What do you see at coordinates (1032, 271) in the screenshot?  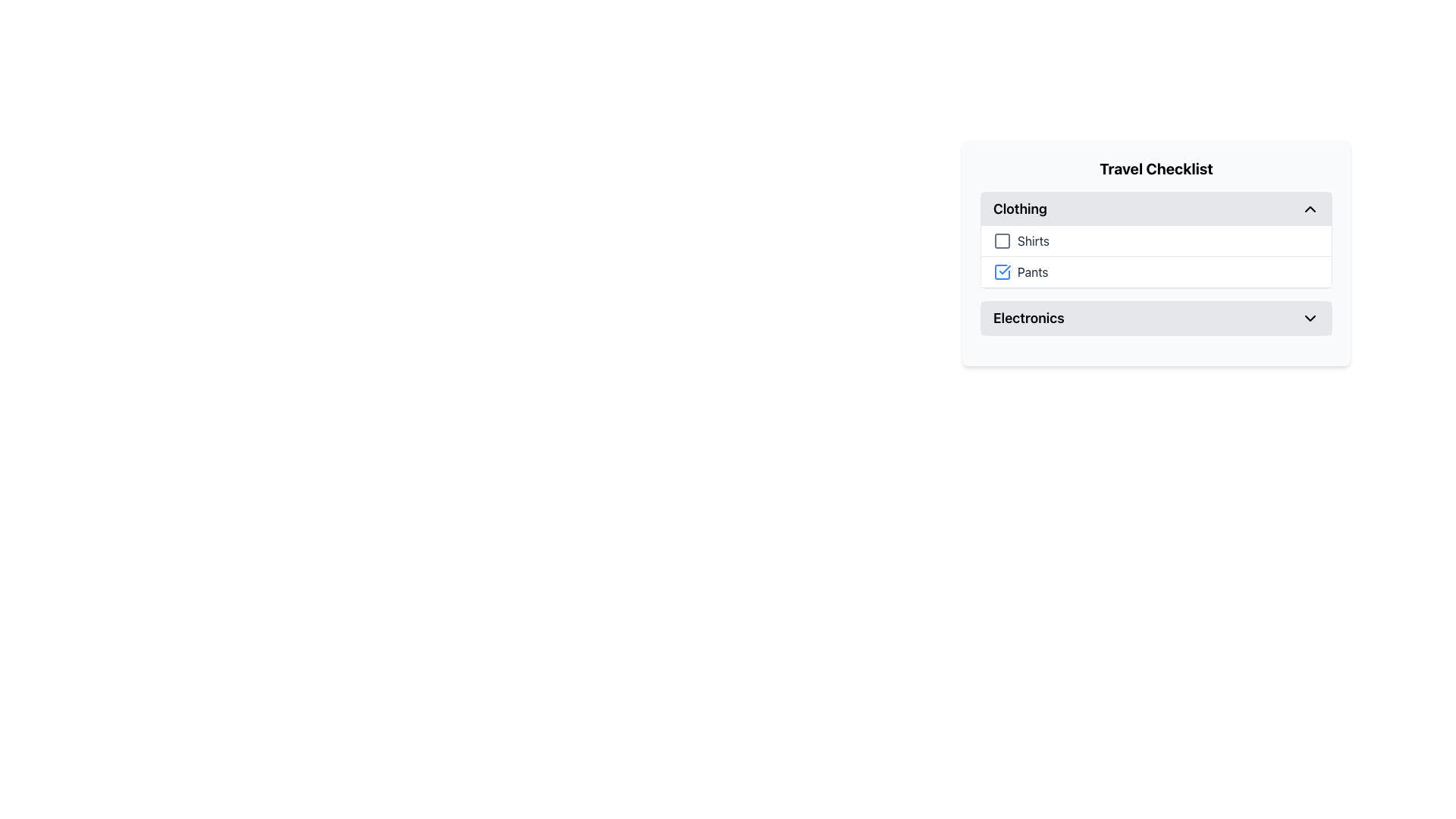 I see `the 'Pants' text label, which indicates the associated checkbox in the 'Clothing' section of the 'Travel Checklist'` at bounding box center [1032, 271].